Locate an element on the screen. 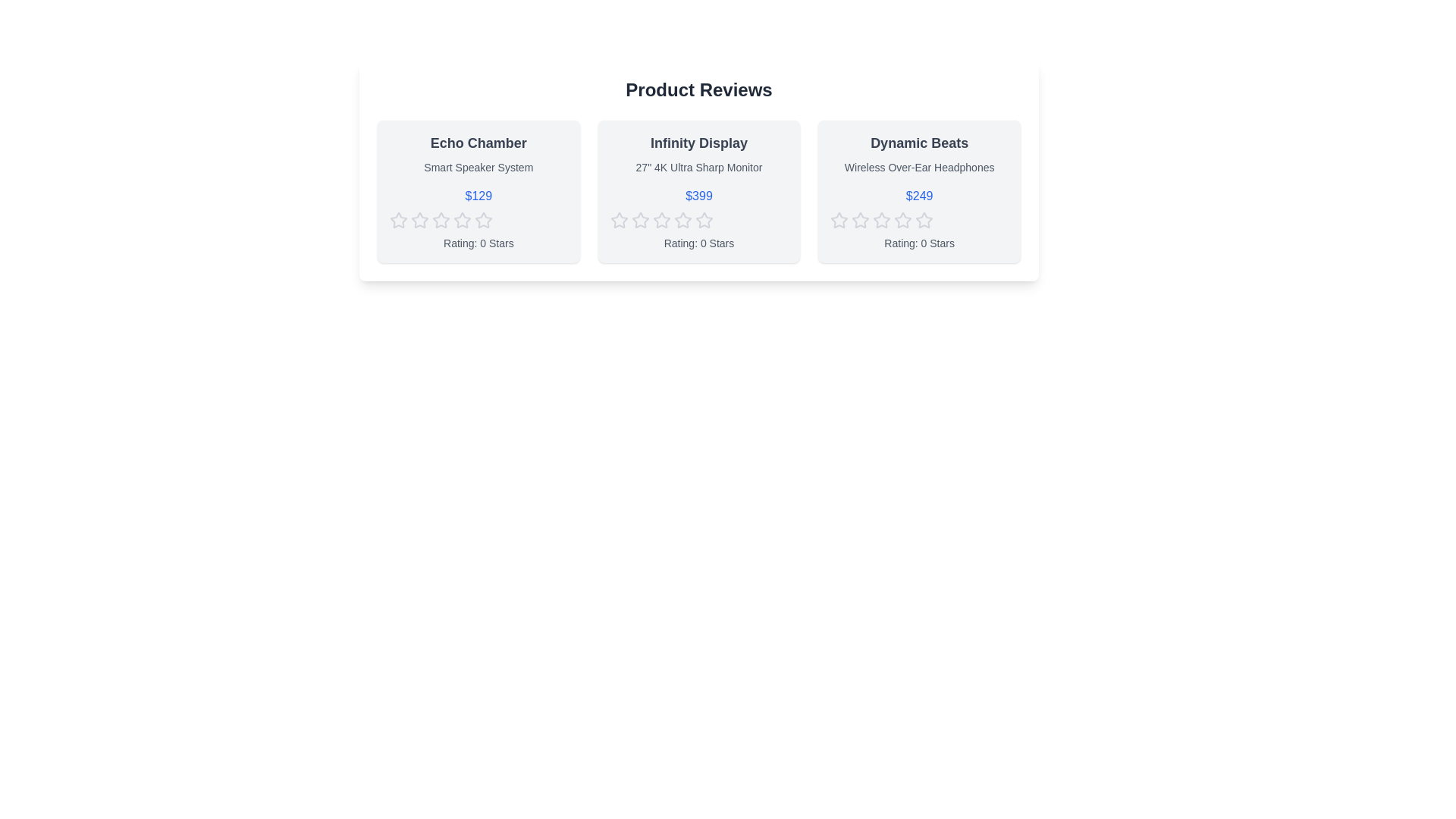  the second star icon, which is part of a rating system for the product 'Echo Chamber' priced at '$129' is located at coordinates (419, 220).